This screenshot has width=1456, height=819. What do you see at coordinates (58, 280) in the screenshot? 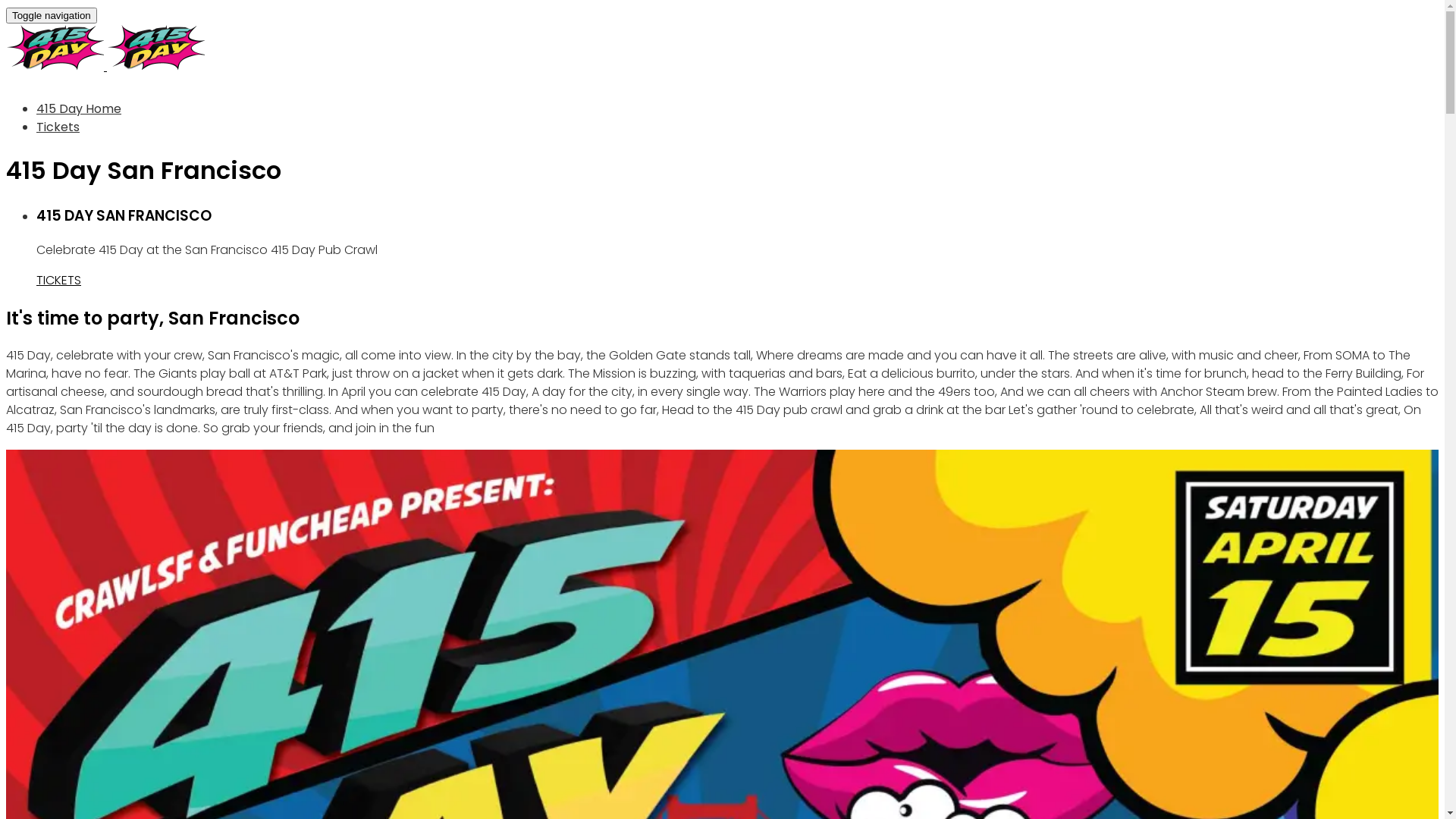
I see `'TICKETS'` at bounding box center [58, 280].